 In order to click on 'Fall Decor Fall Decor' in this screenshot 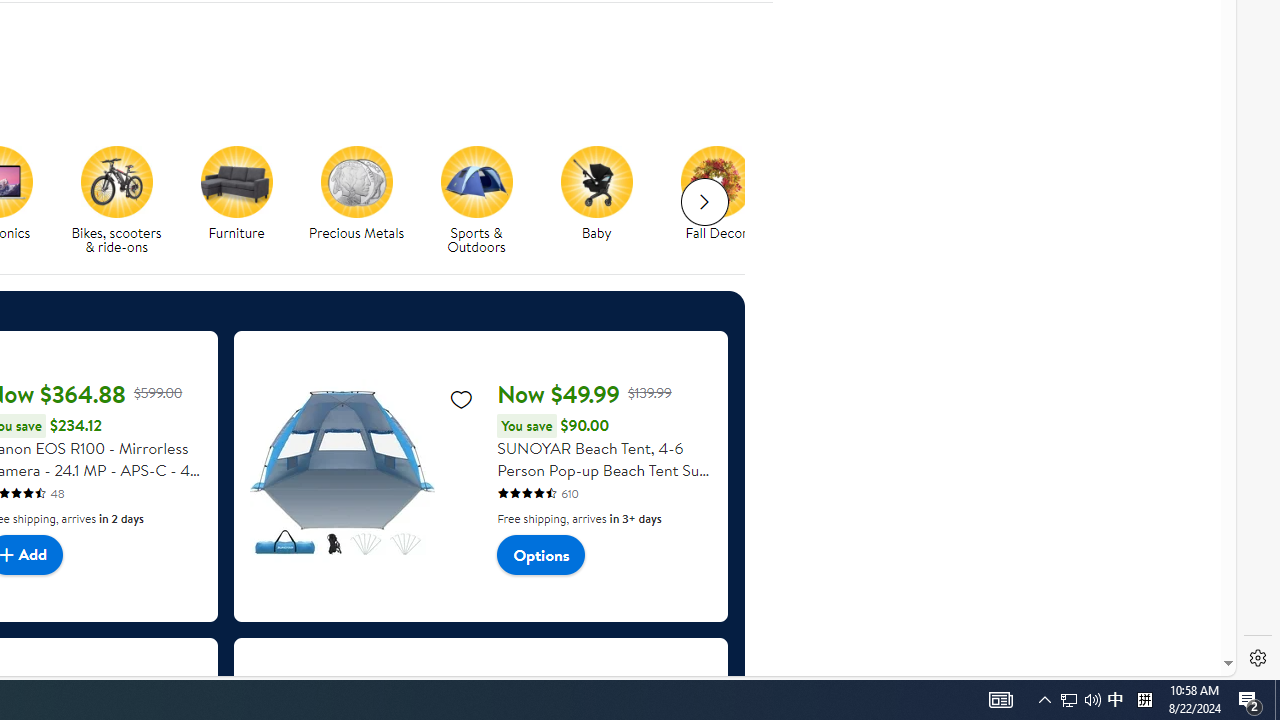, I will do `click(716, 194)`.